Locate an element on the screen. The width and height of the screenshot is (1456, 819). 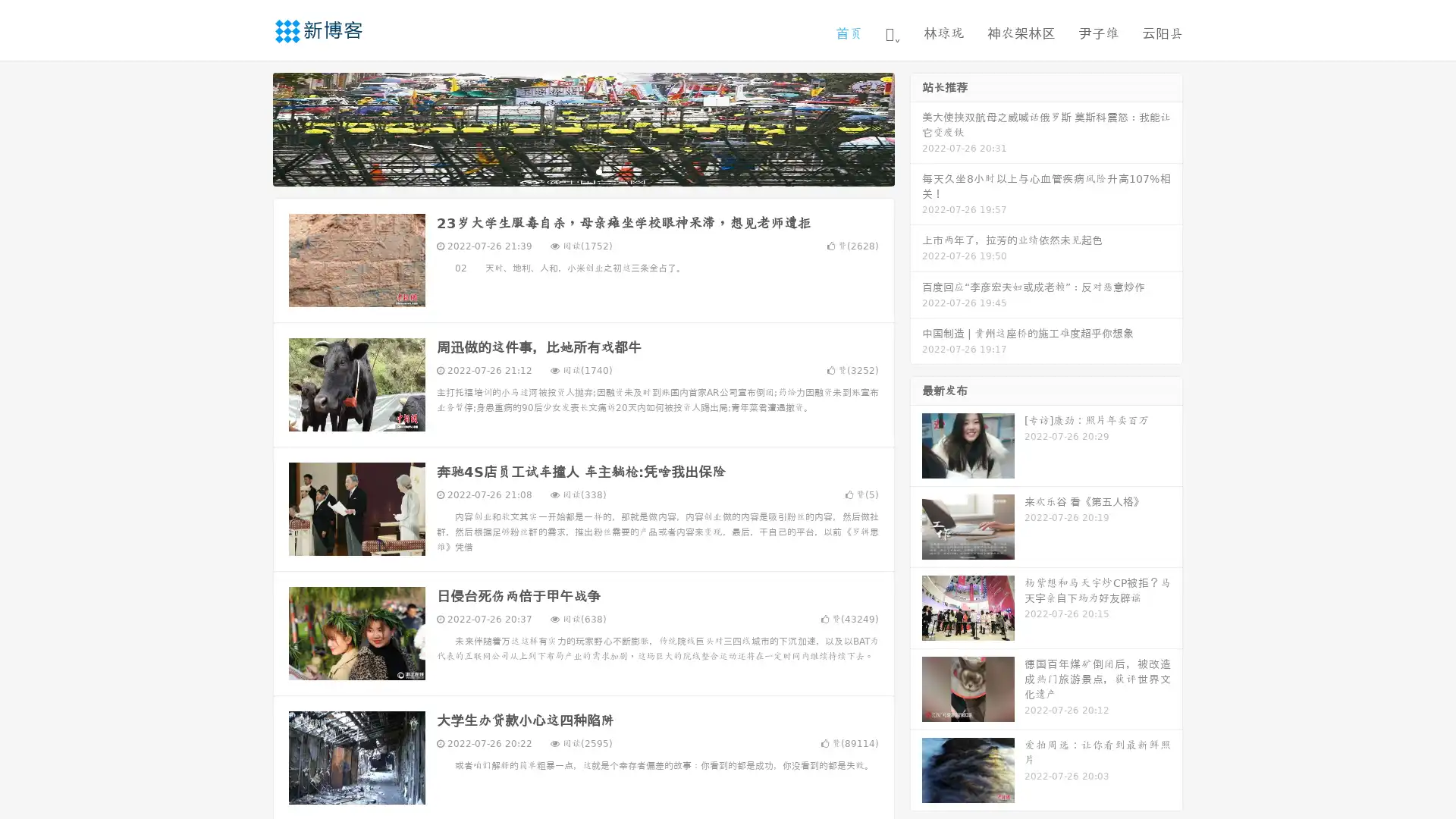
Previous slide is located at coordinates (250, 127).